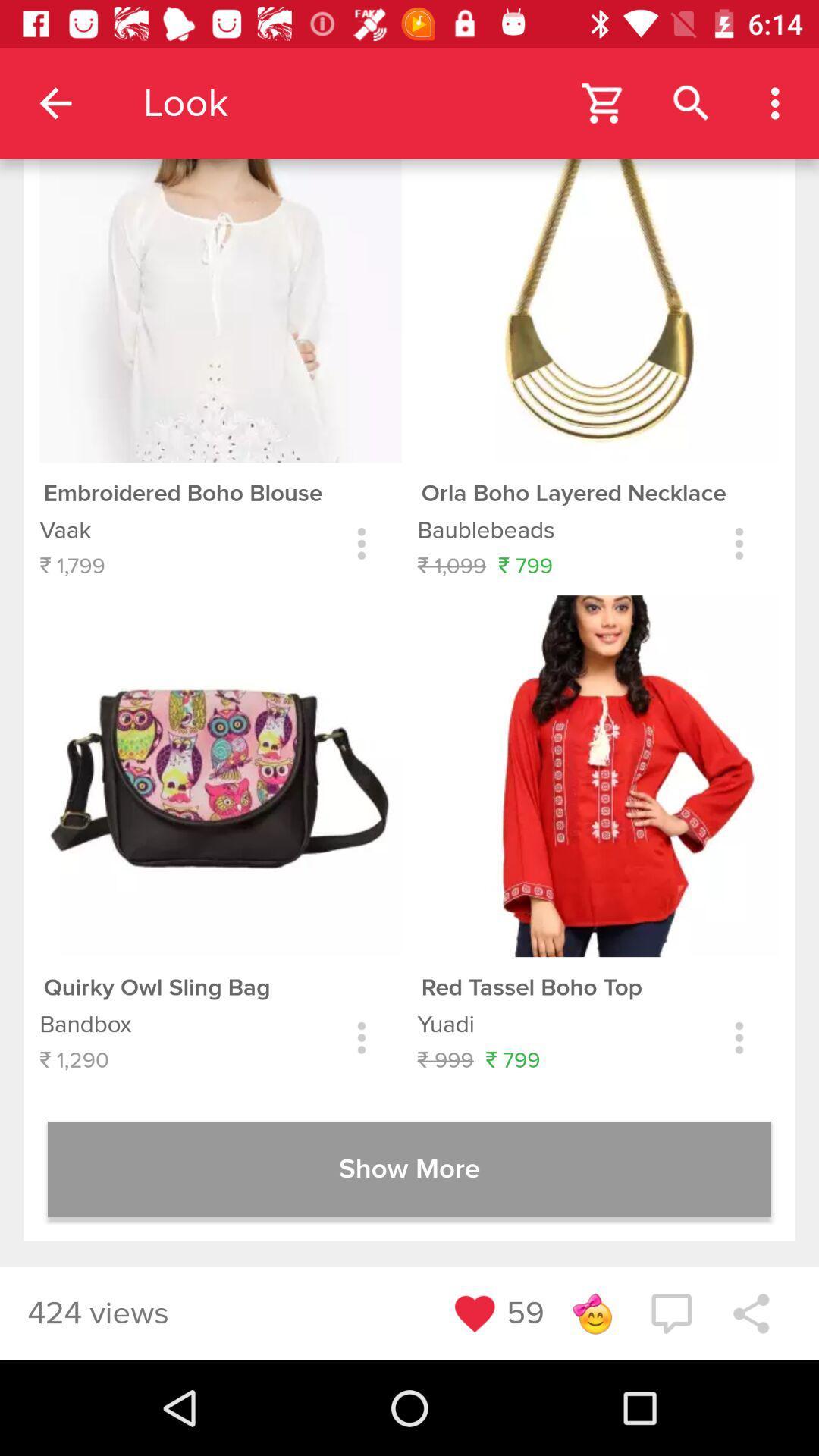  Describe the element at coordinates (474, 1313) in the screenshot. I see `the favorite icon` at that location.